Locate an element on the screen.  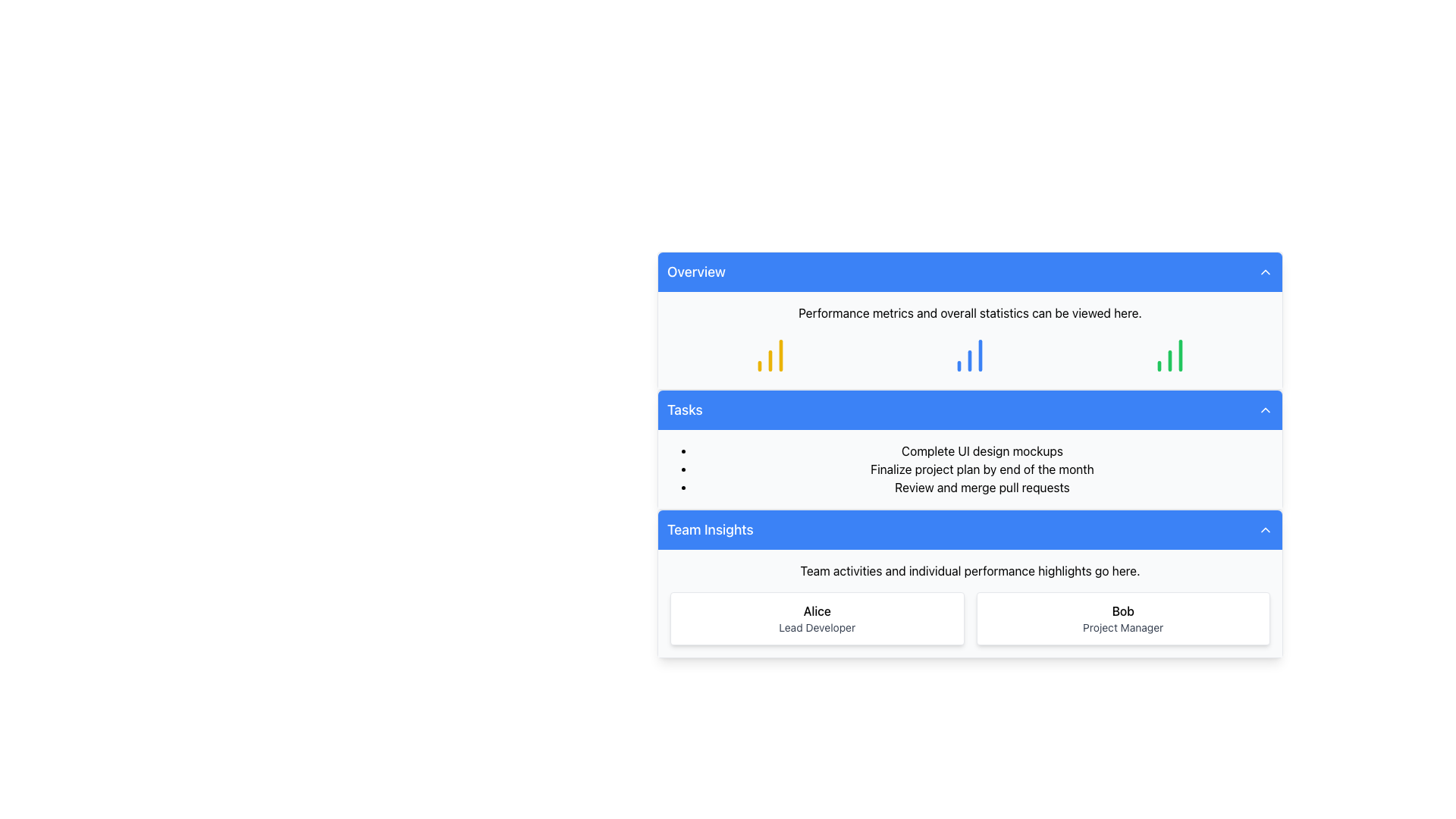
the small upward arrow icon button in the top-right corner of the 'Tasks' header is located at coordinates (1266, 409).